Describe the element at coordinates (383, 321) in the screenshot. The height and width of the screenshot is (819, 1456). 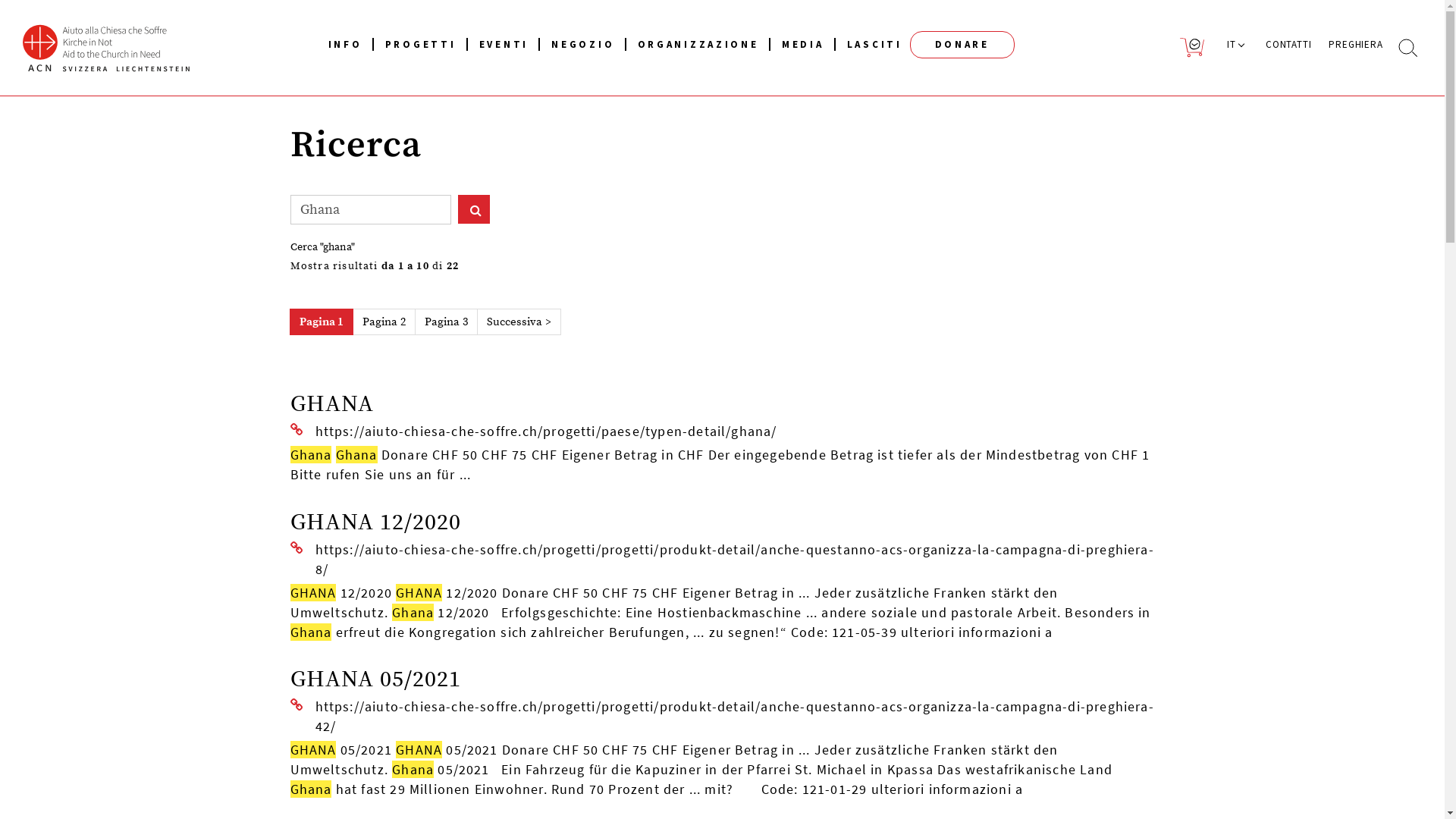
I see `'Pagina 2'` at that location.